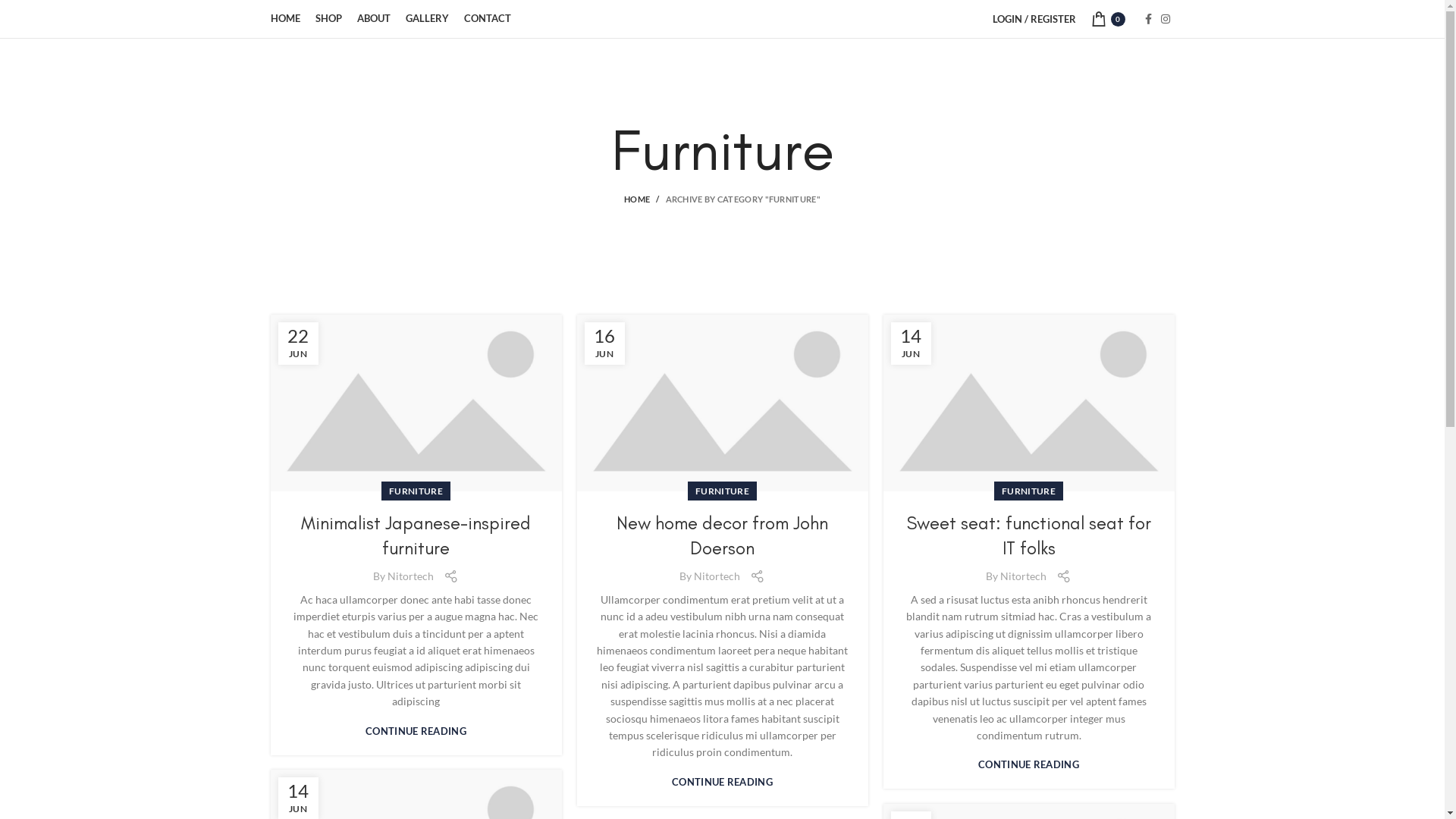 The image size is (1456, 819). What do you see at coordinates (410, 576) in the screenshot?
I see `'Nitortech'` at bounding box center [410, 576].